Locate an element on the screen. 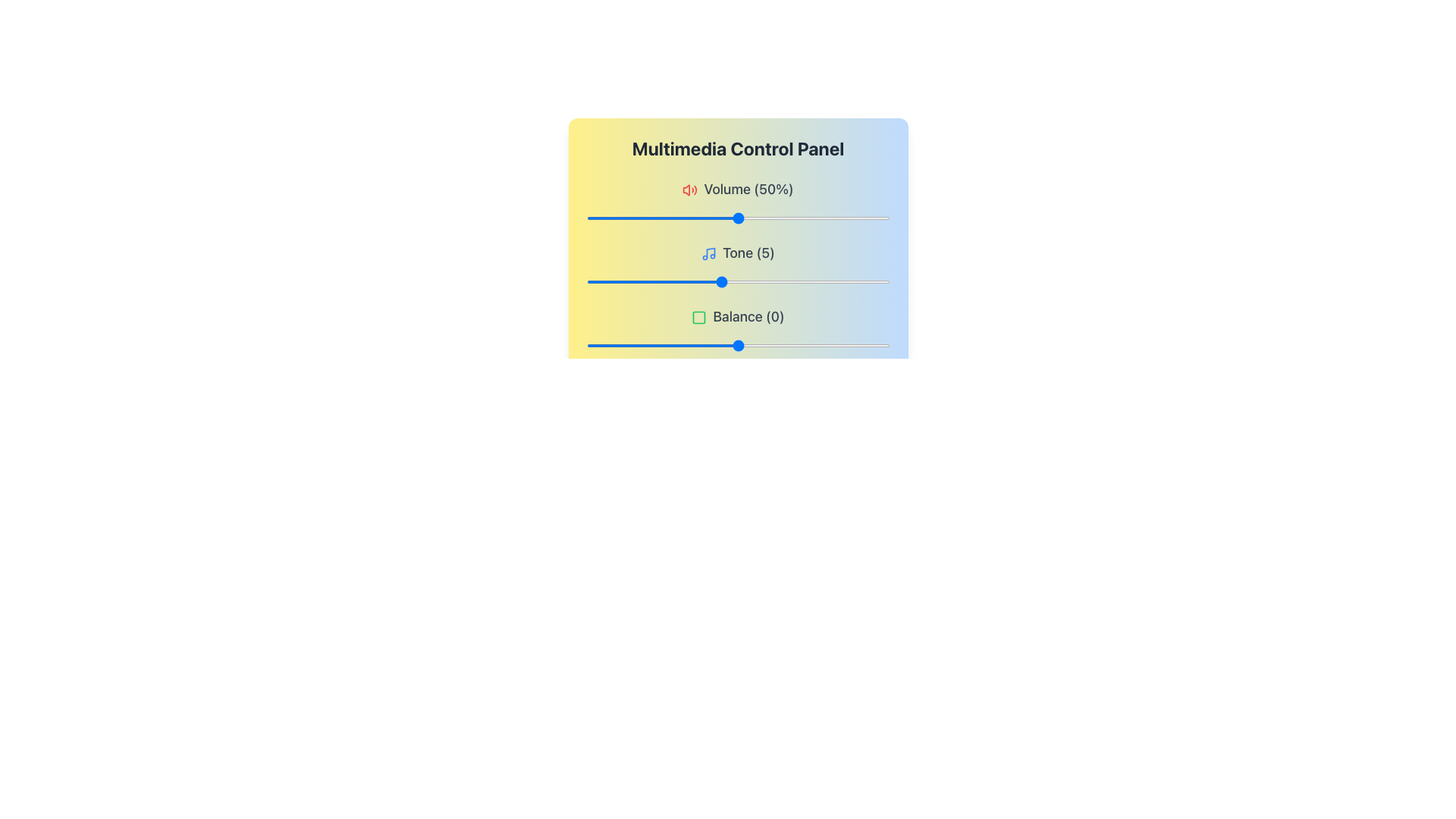  the tone value is located at coordinates (856, 281).